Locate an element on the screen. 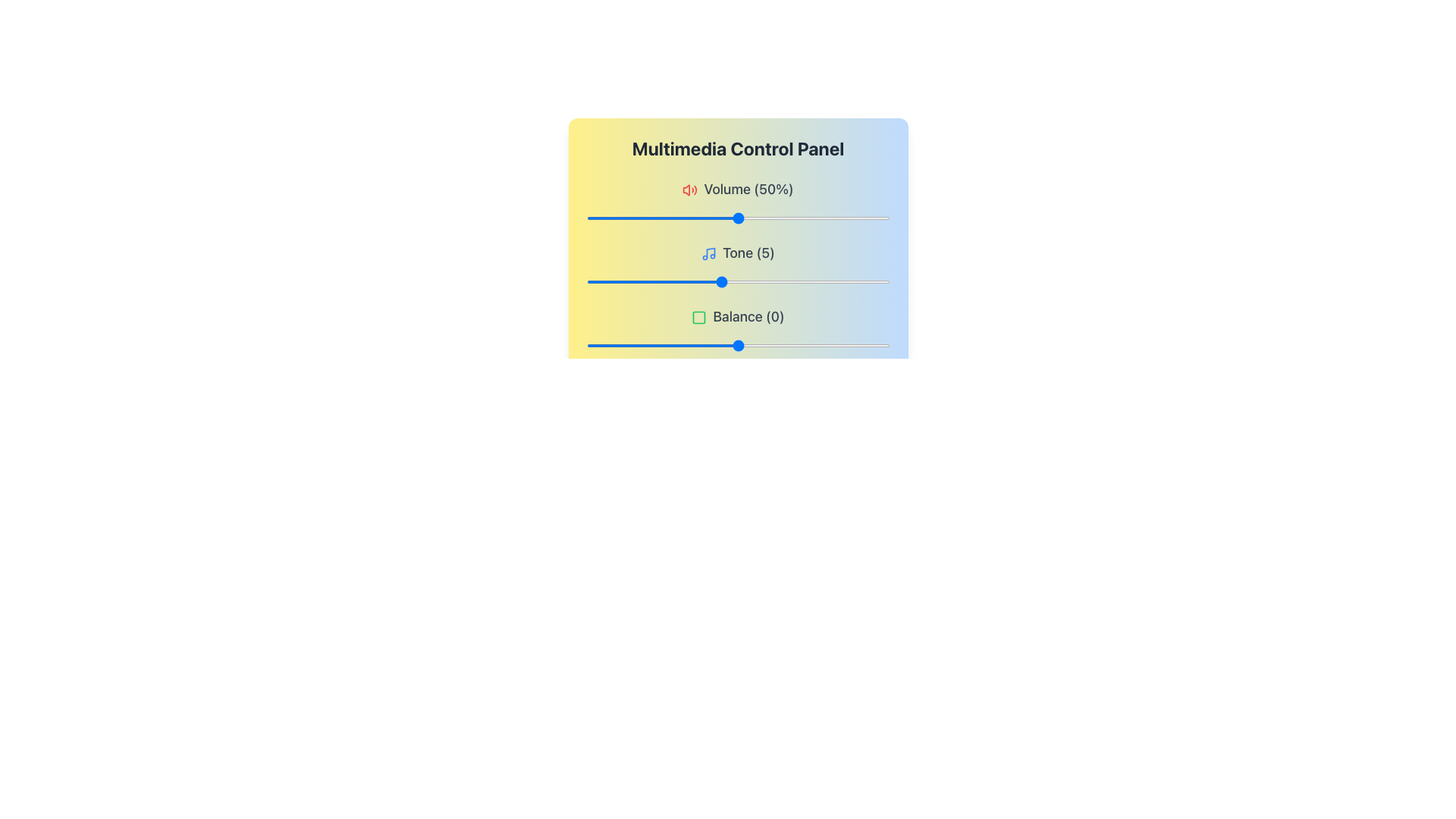  the tone value is located at coordinates (856, 281).